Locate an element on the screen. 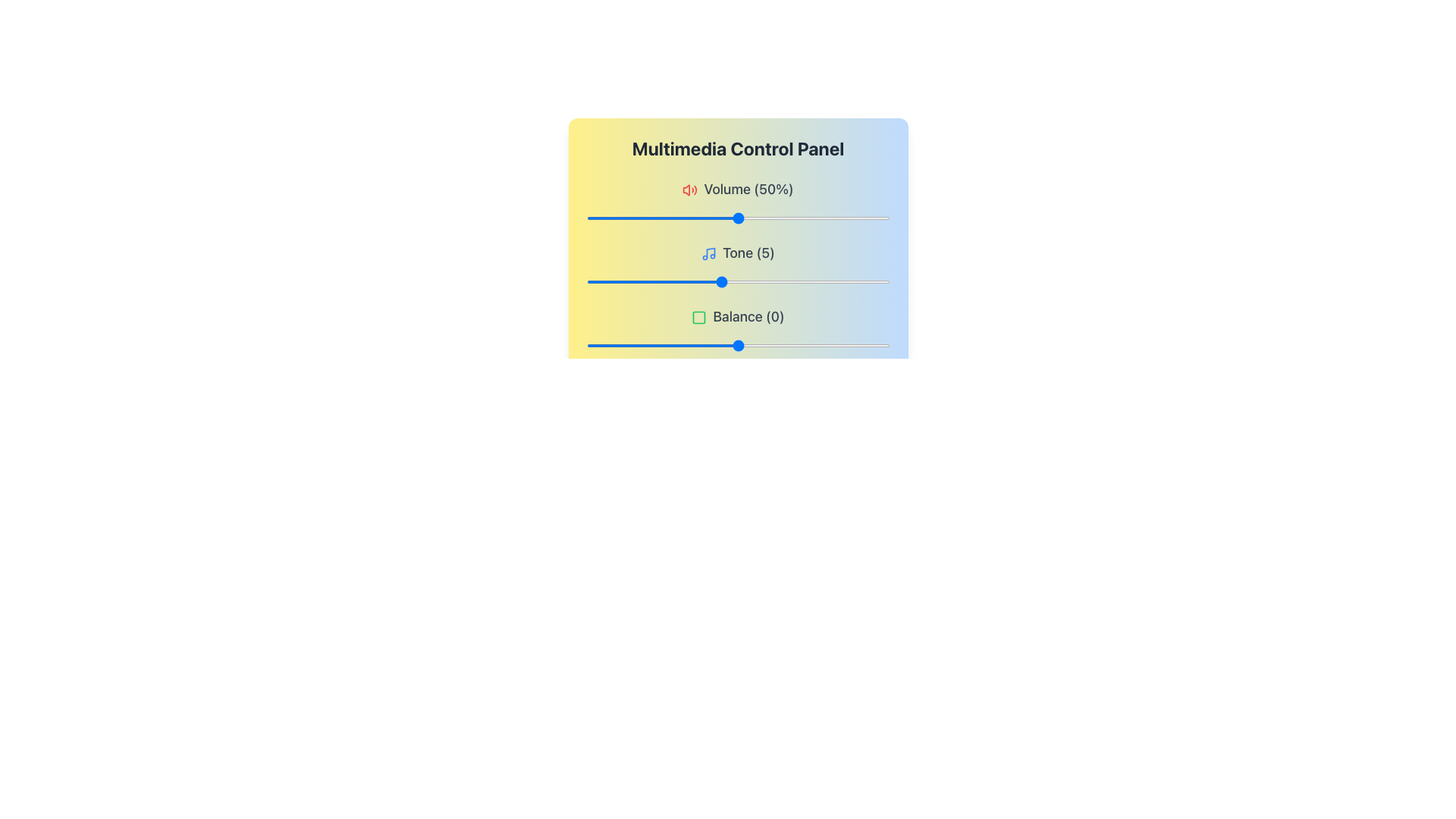  the tone value is located at coordinates (856, 281).